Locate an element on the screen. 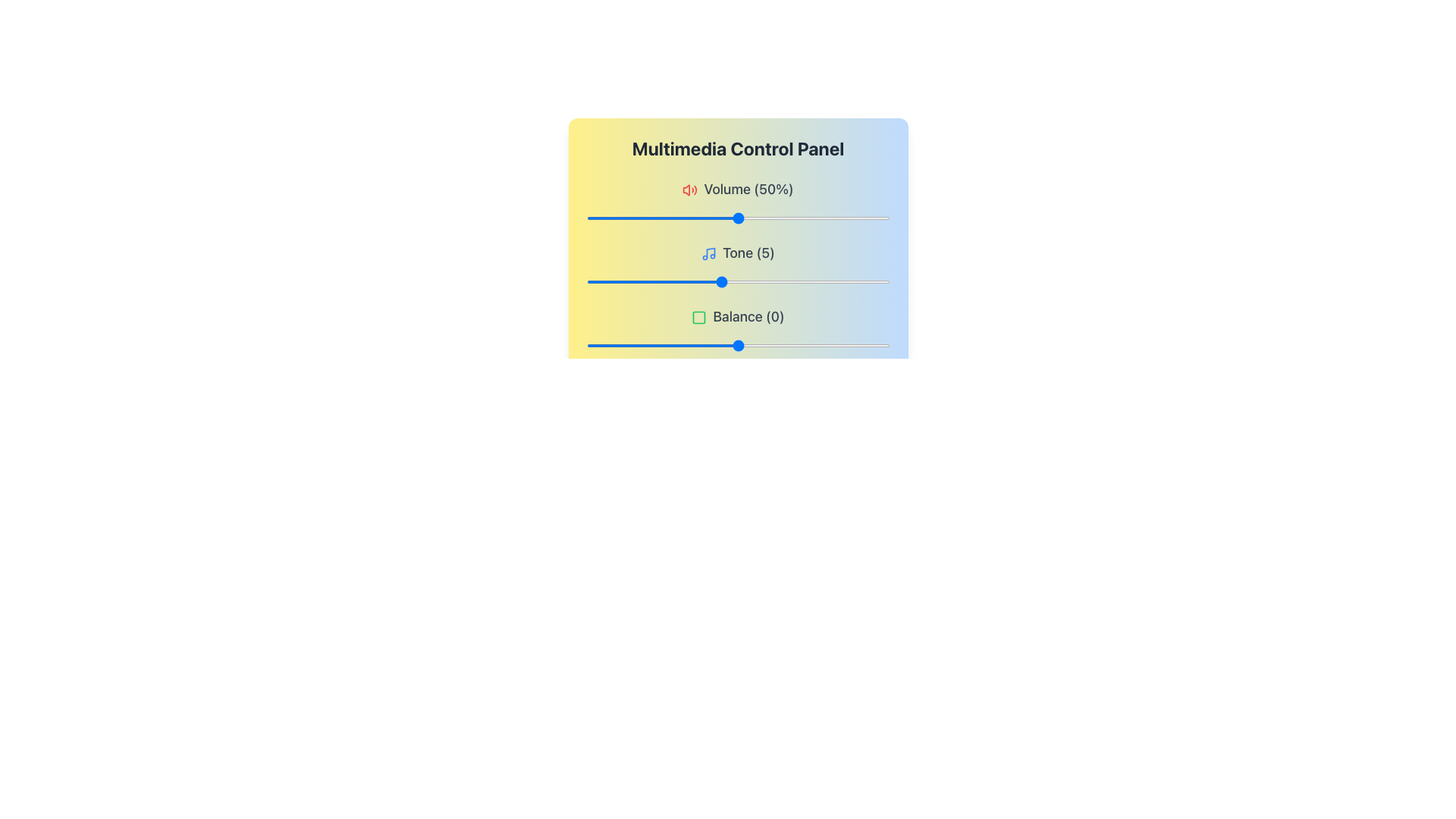  the tone value is located at coordinates (856, 281).